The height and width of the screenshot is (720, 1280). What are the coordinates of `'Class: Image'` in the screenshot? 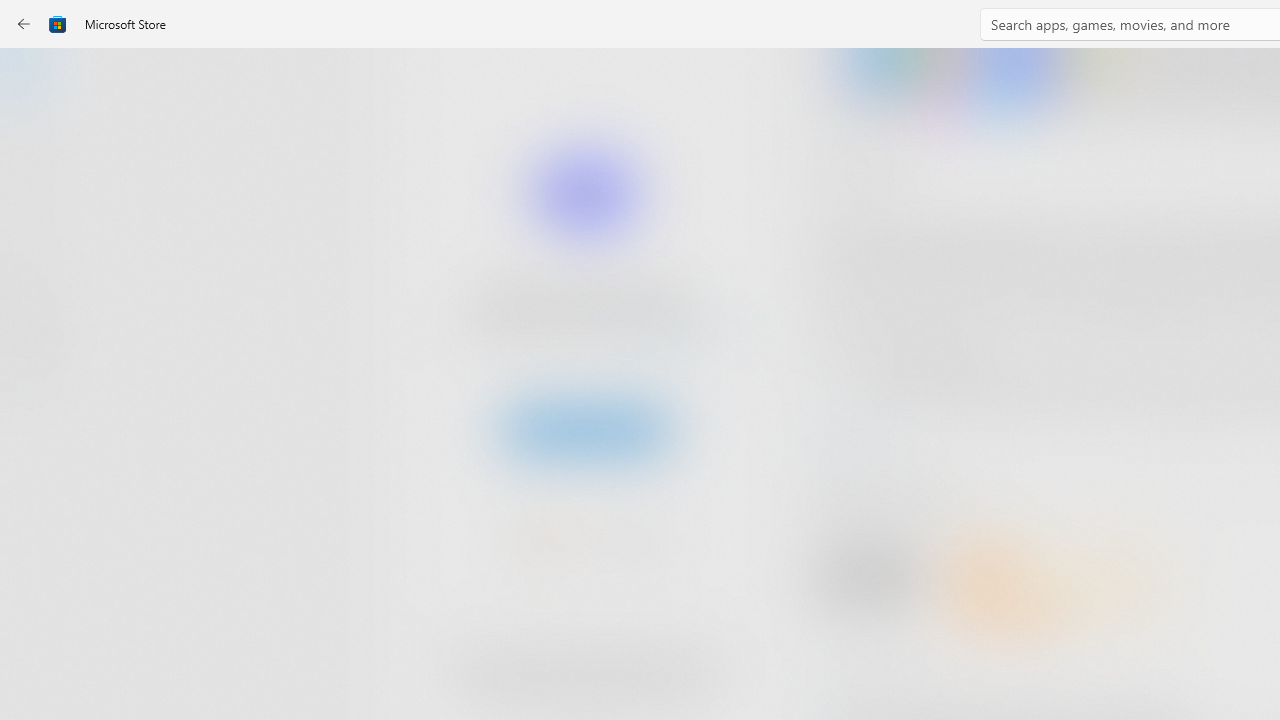 It's located at (58, 24).